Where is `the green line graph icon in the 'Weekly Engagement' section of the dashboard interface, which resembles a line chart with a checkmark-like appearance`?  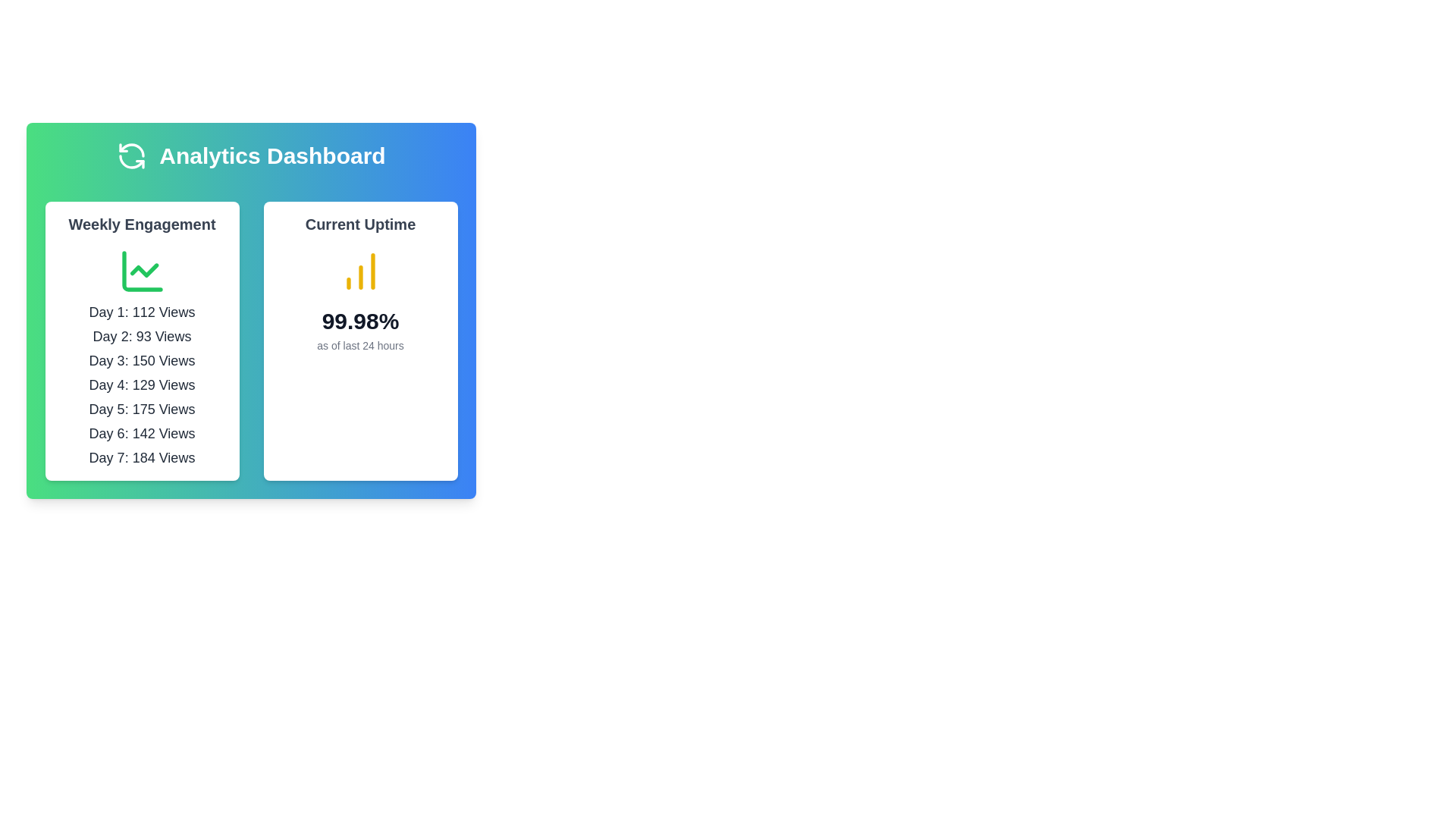
the green line graph icon in the 'Weekly Engagement' section of the dashboard interface, which resembles a line chart with a checkmark-like appearance is located at coordinates (142, 271).